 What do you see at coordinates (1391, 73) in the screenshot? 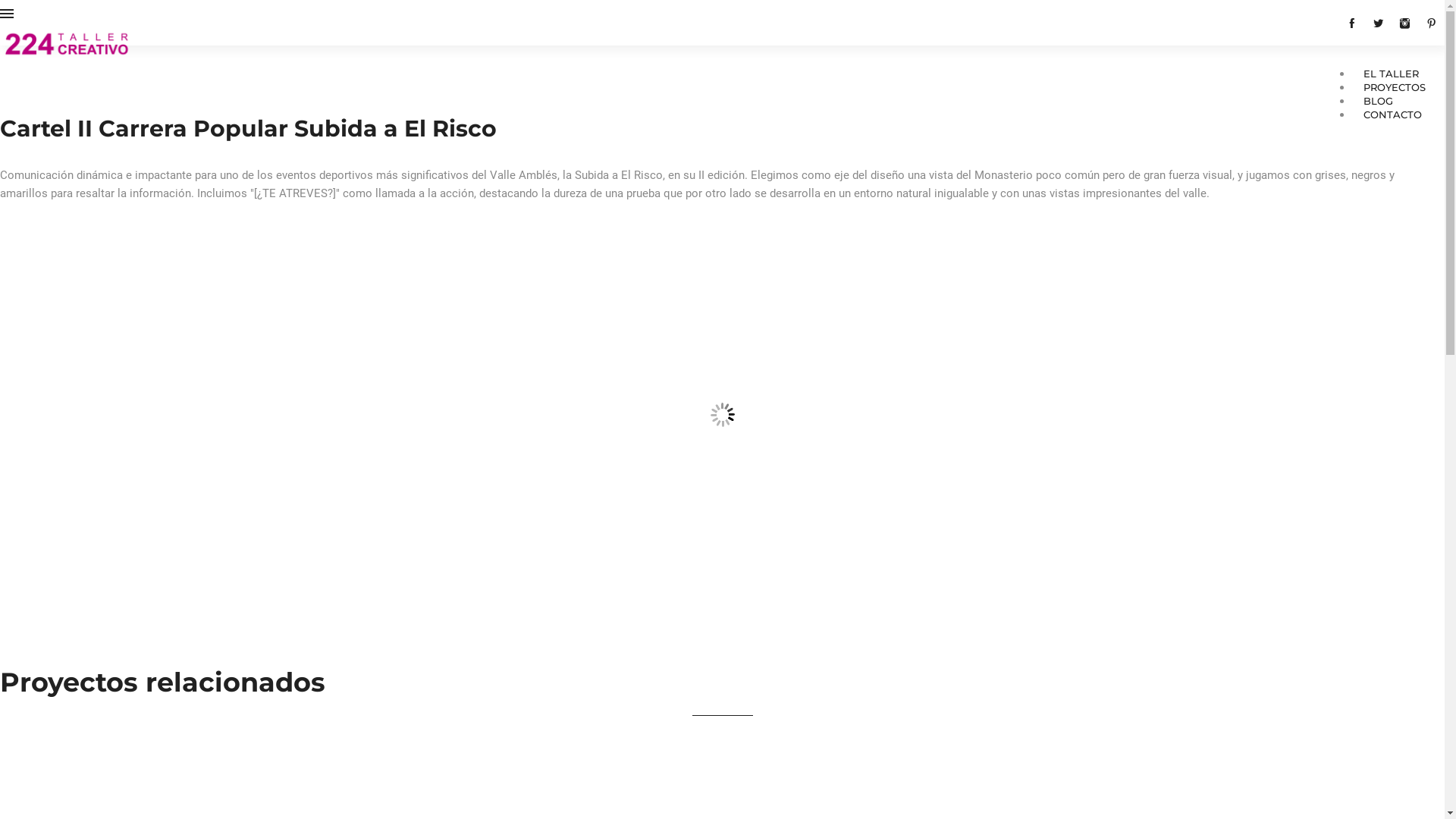
I see `'EL TALLER'` at bounding box center [1391, 73].